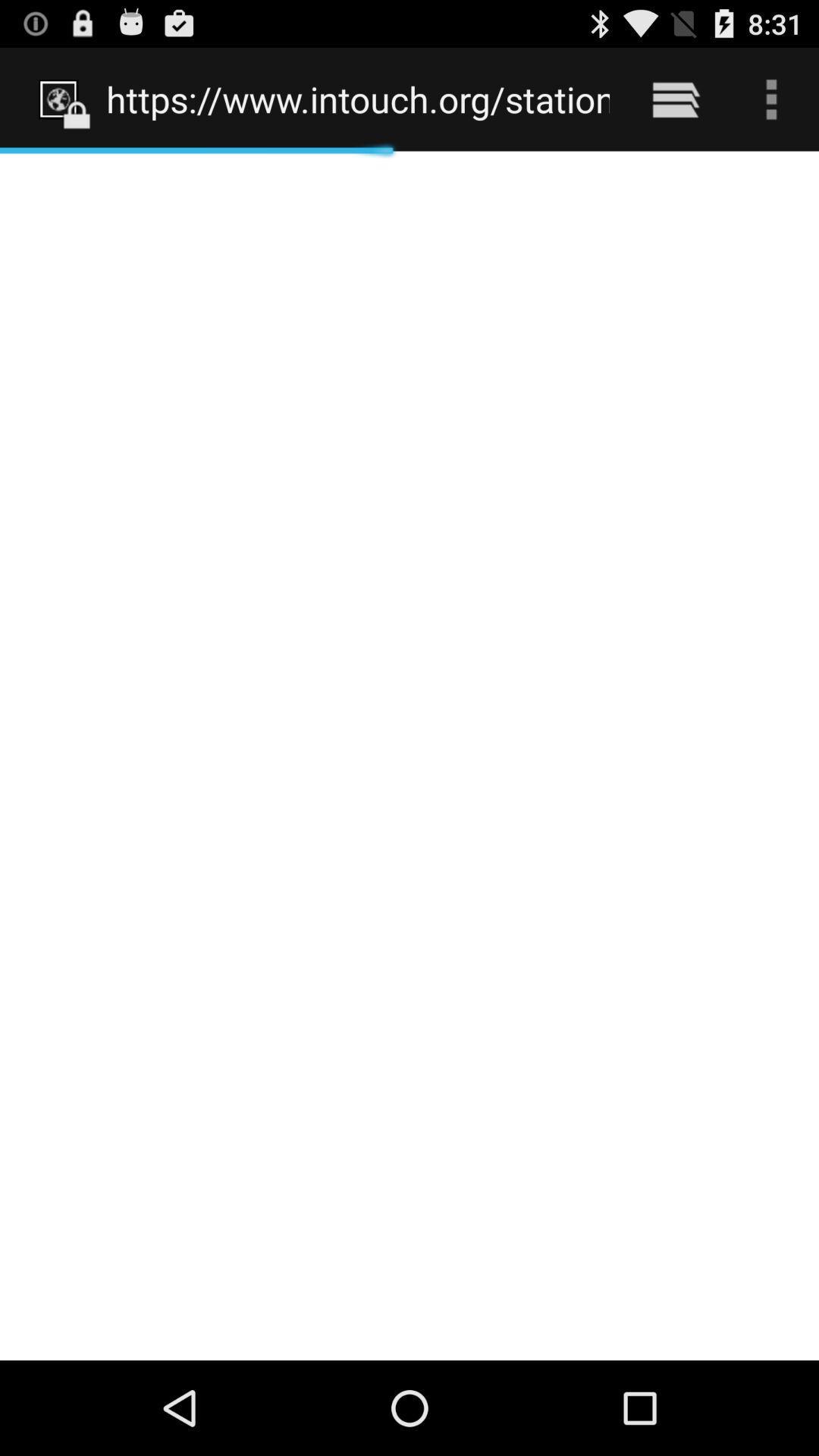  What do you see at coordinates (675, 99) in the screenshot?
I see `the icon next to https www intouch item` at bounding box center [675, 99].